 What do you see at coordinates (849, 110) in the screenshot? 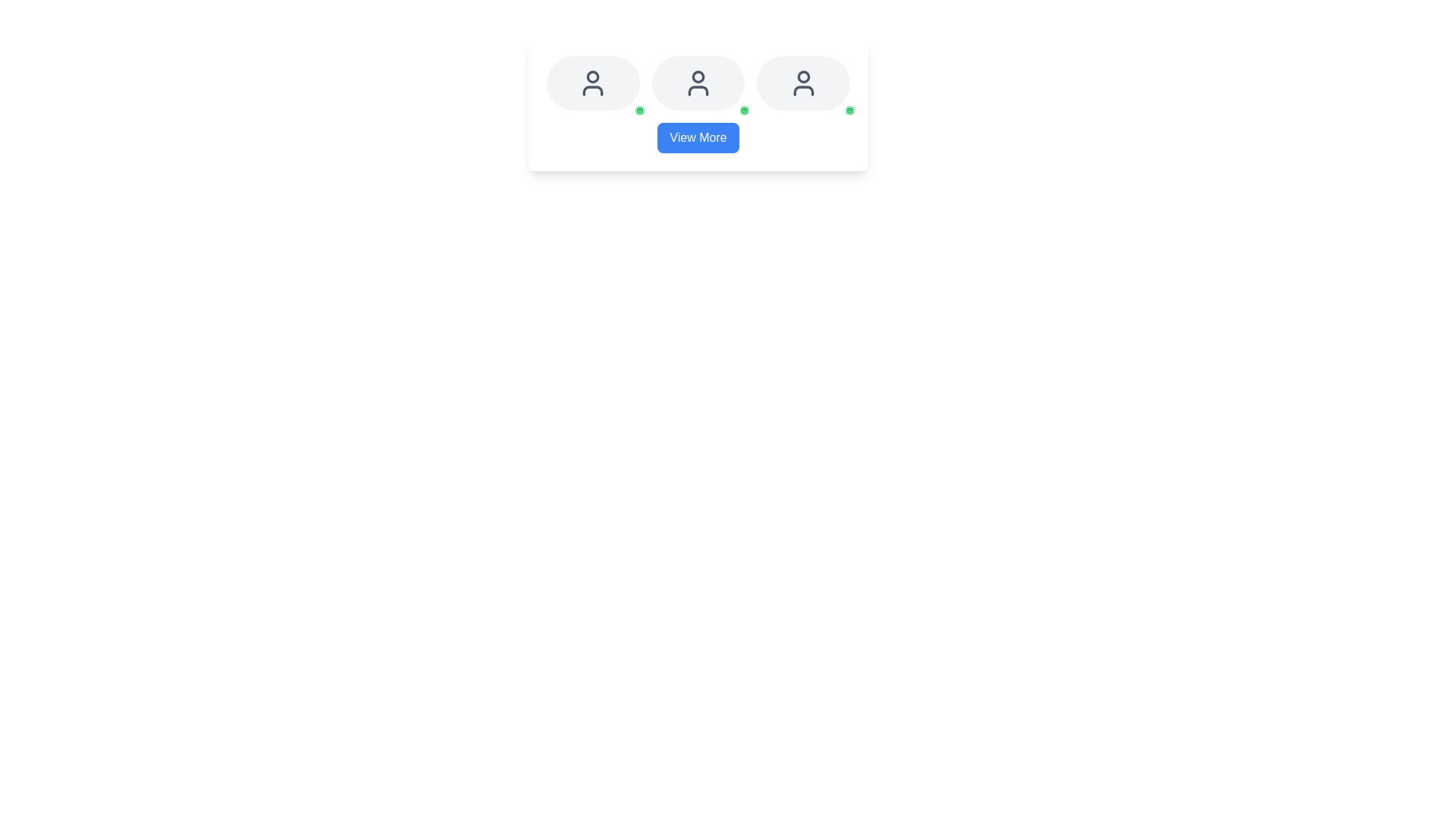
I see `the small circular Status Indicator with a green background and a smiley face icon located at the bottom-right corner of the rounded profile icon` at bounding box center [849, 110].